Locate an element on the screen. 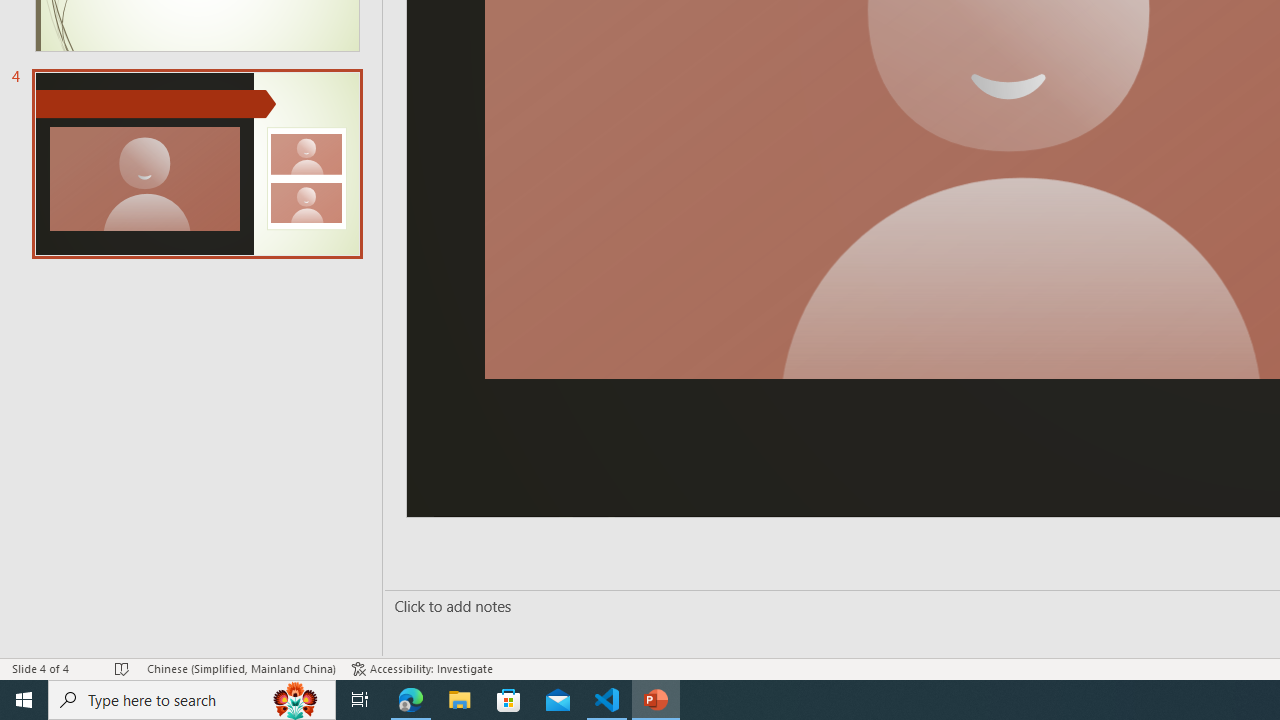  'Accessibility Checker Accessibility: Investigate' is located at coordinates (421, 669).